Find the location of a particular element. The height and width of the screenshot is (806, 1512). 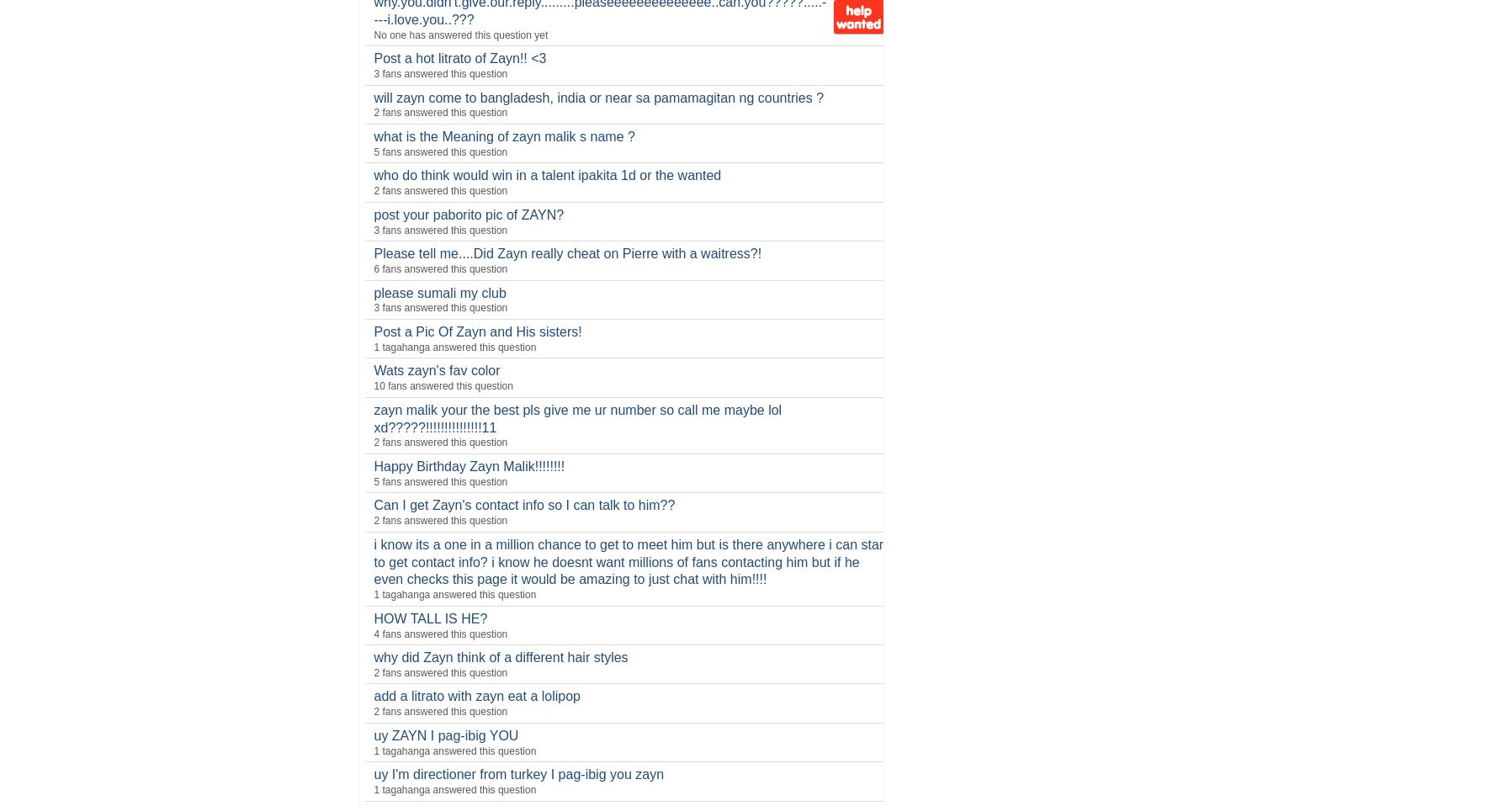

'10 fans answered this question' is located at coordinates (442, 385).